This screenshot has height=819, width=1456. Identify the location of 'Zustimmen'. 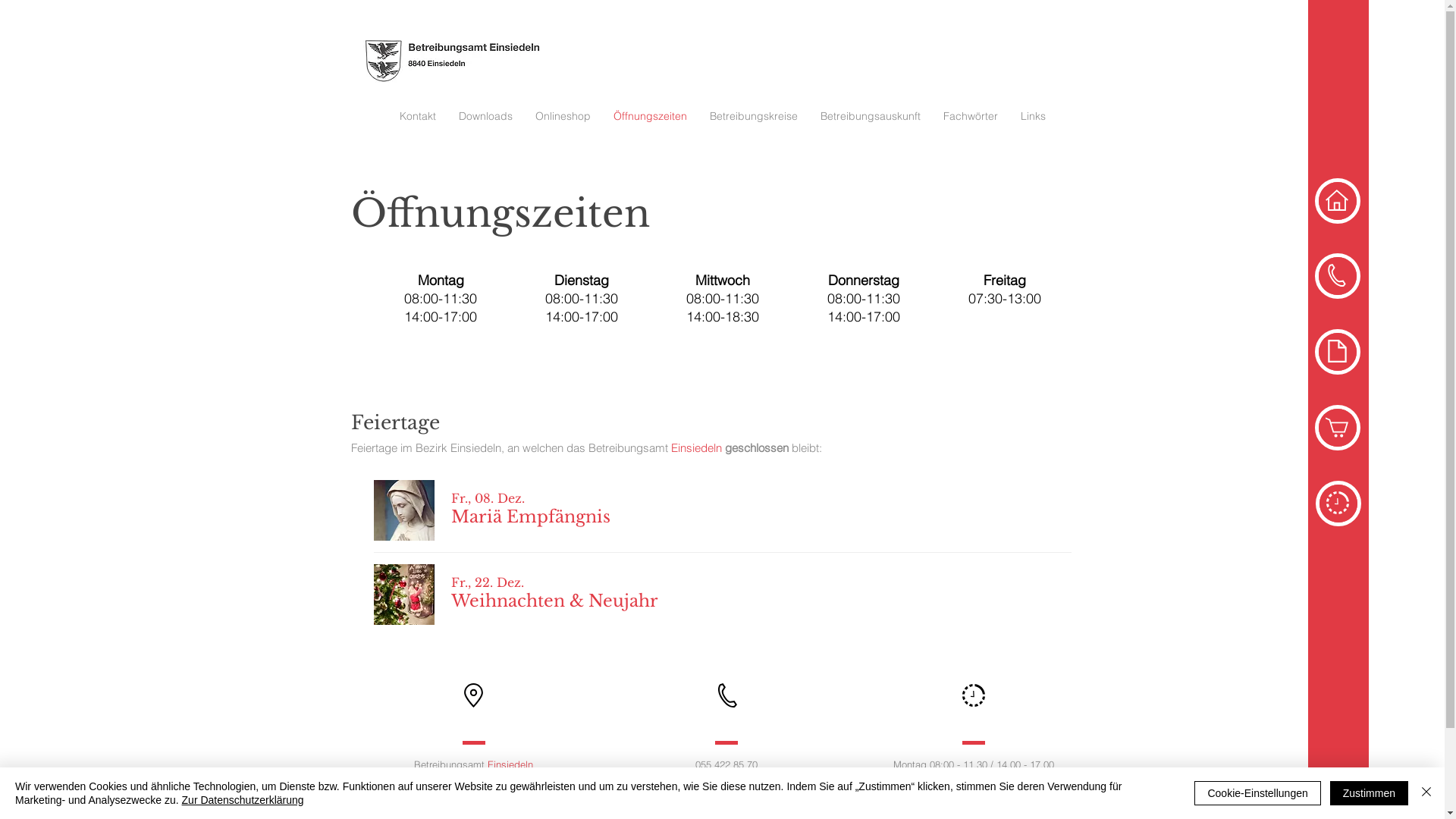
(1369, 792).